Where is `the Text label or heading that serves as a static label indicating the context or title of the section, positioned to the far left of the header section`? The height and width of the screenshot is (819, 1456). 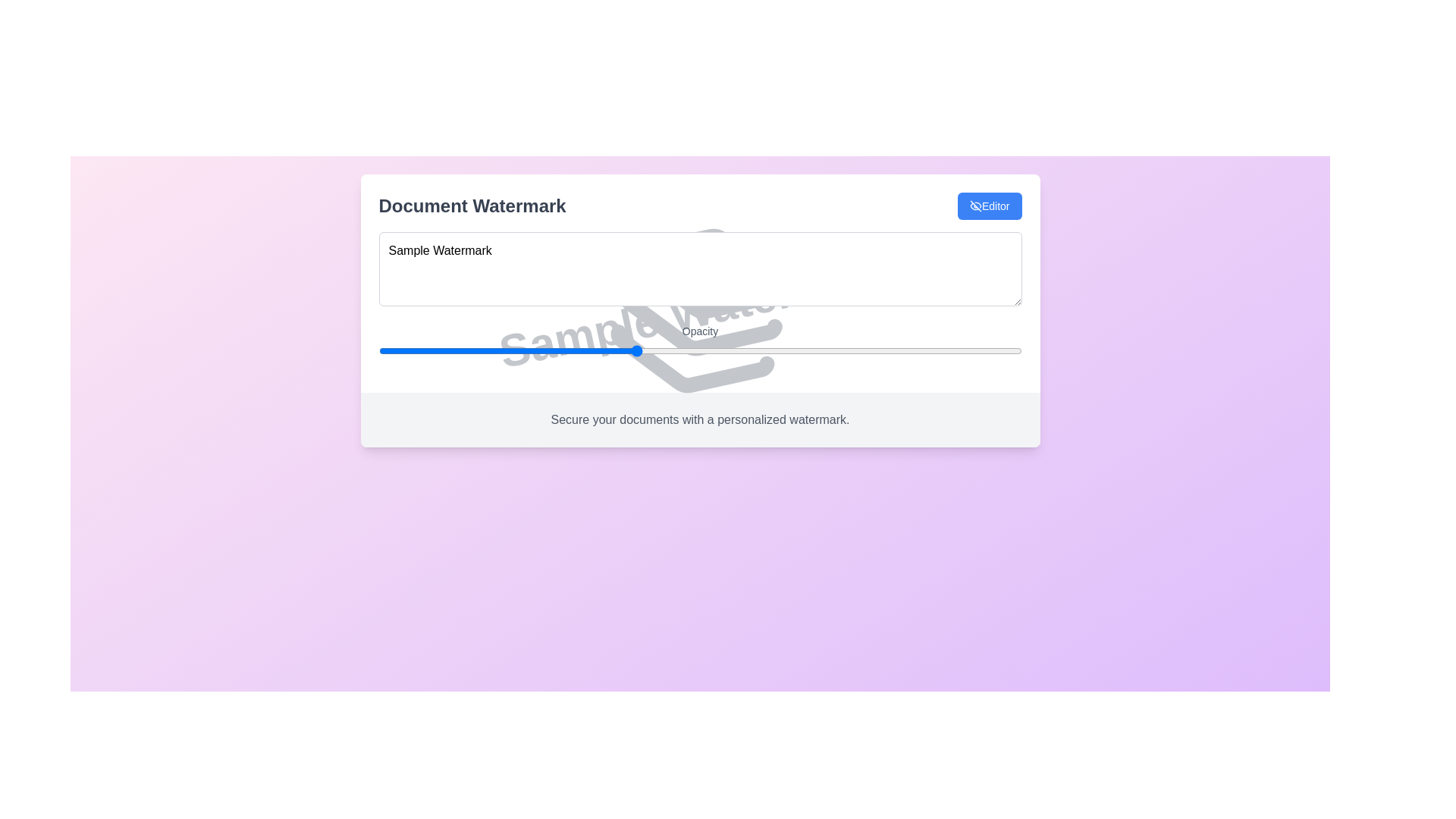 the Text label or heading that serves as a static label indicating the context or title of the section, positioned to the far left of the header section is located at coordinates (472, 206).